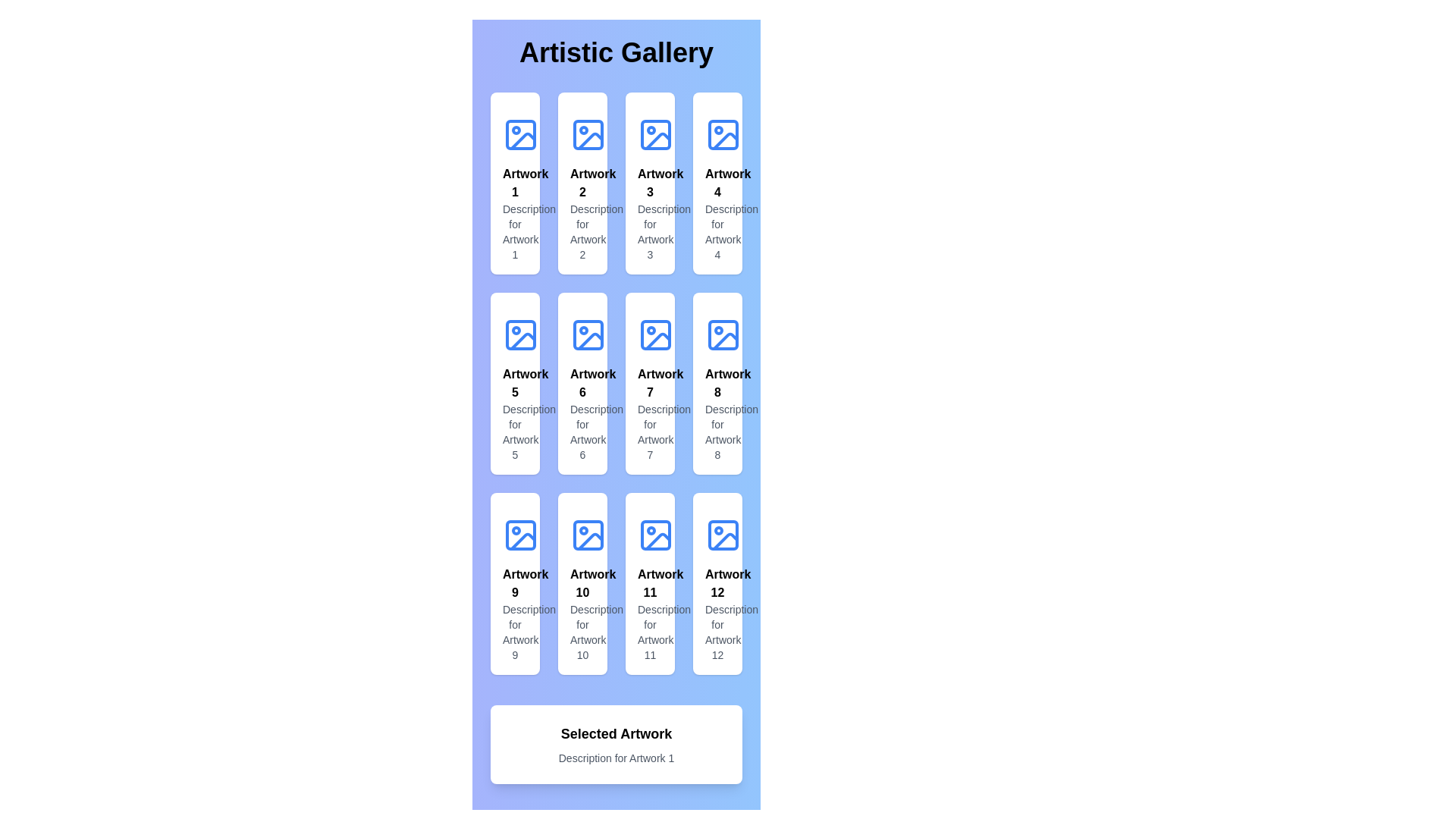 Image resolution: width=1456 pixels, height=819 pixels. What do you see at coordinates (655, 534) in the screenshot?
I see `SVG rectangle that serves as the background of the image icon within the 'Artwork 11' card located in the third row and third column of the grid layout` at bounding box center [655, 534].